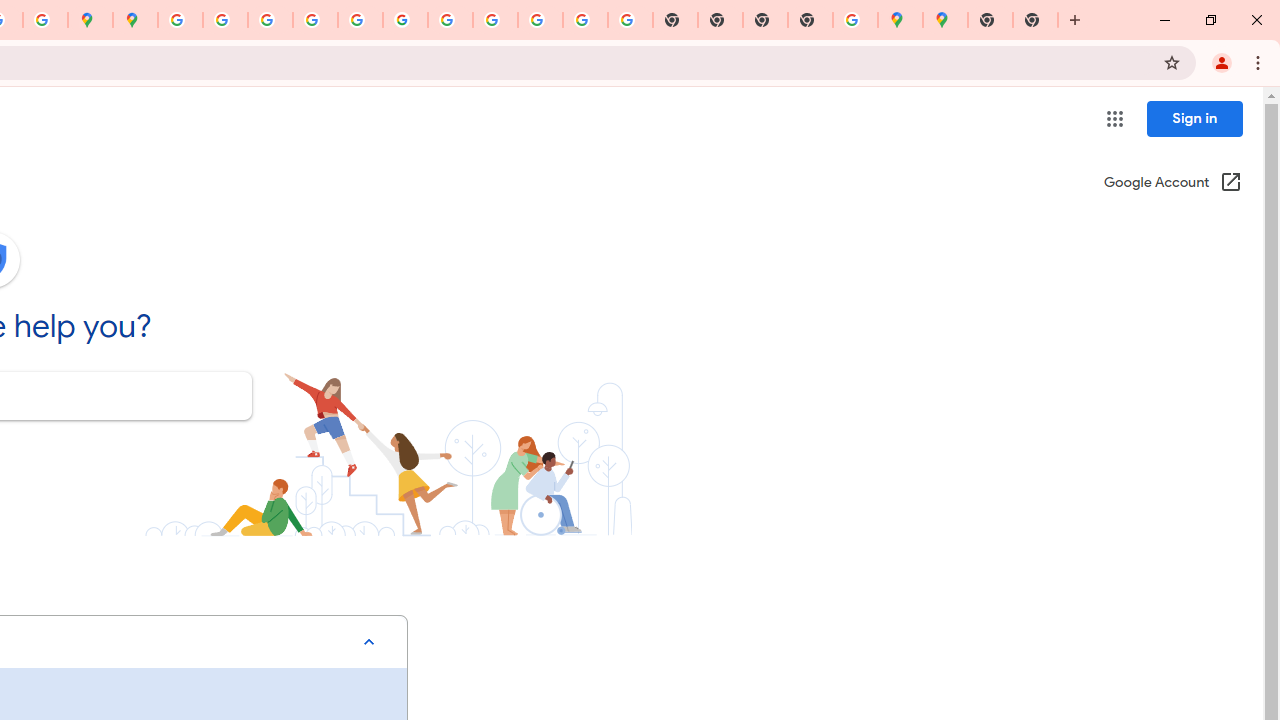 The width and height of the screenshot is (1280, 720). I want to click on 'New Tab', so click(990, 20).